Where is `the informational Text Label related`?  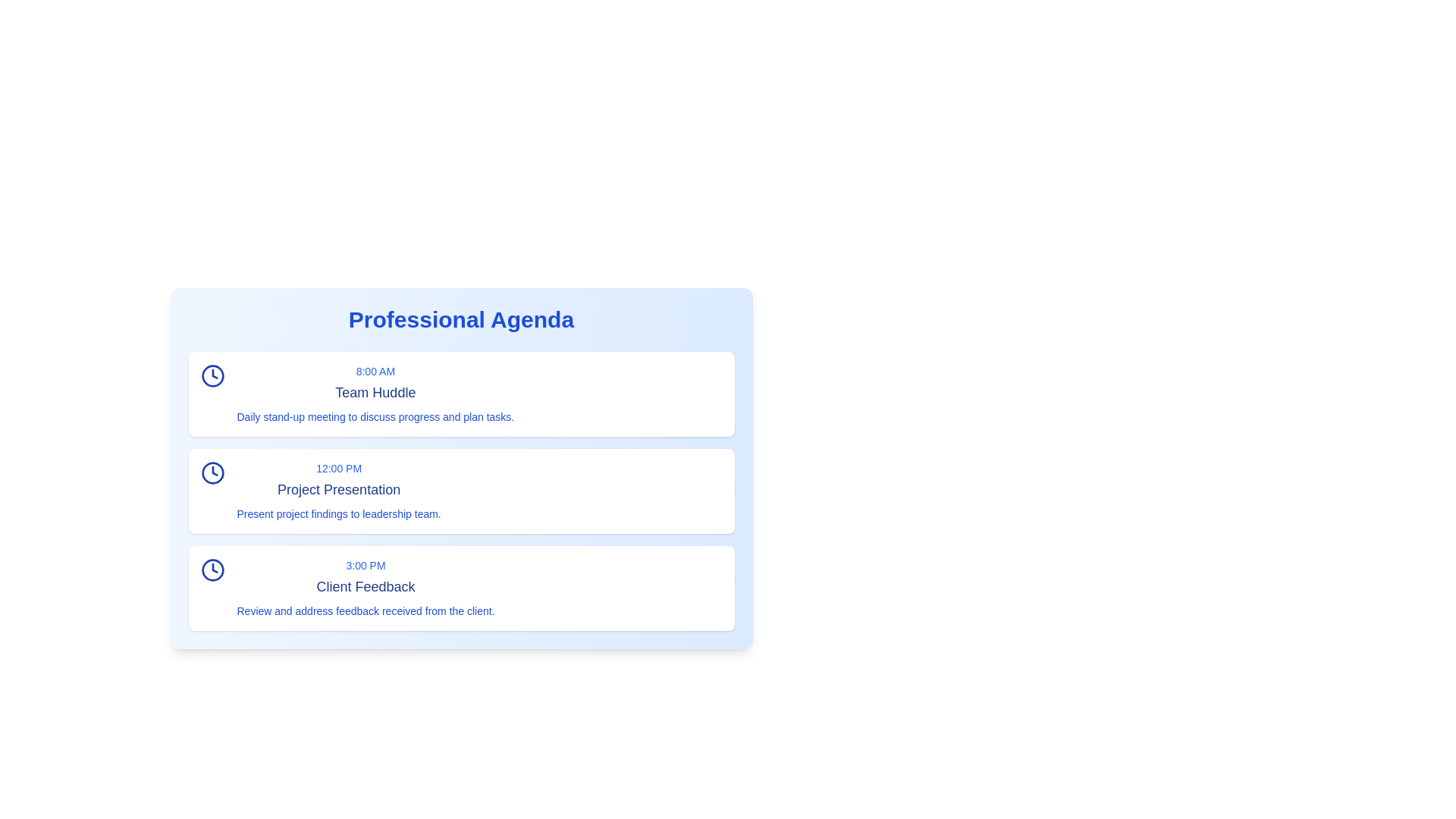 the informational Text Label related is located at coordinates (338, 513).